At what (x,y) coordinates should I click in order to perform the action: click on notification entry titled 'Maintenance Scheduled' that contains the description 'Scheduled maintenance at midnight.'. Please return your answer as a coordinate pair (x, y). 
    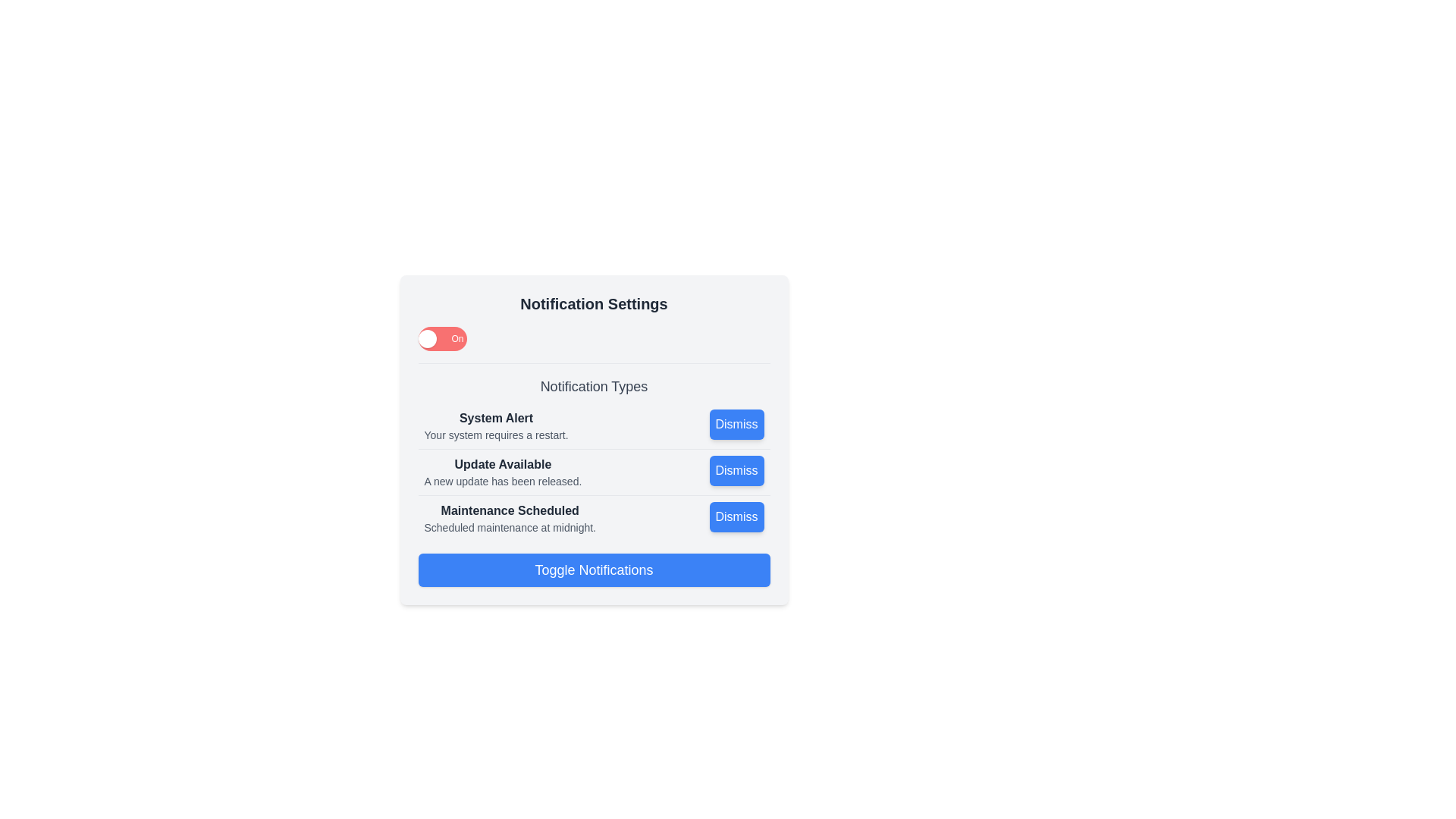
    Looking at the image, I should click on (510, 517).